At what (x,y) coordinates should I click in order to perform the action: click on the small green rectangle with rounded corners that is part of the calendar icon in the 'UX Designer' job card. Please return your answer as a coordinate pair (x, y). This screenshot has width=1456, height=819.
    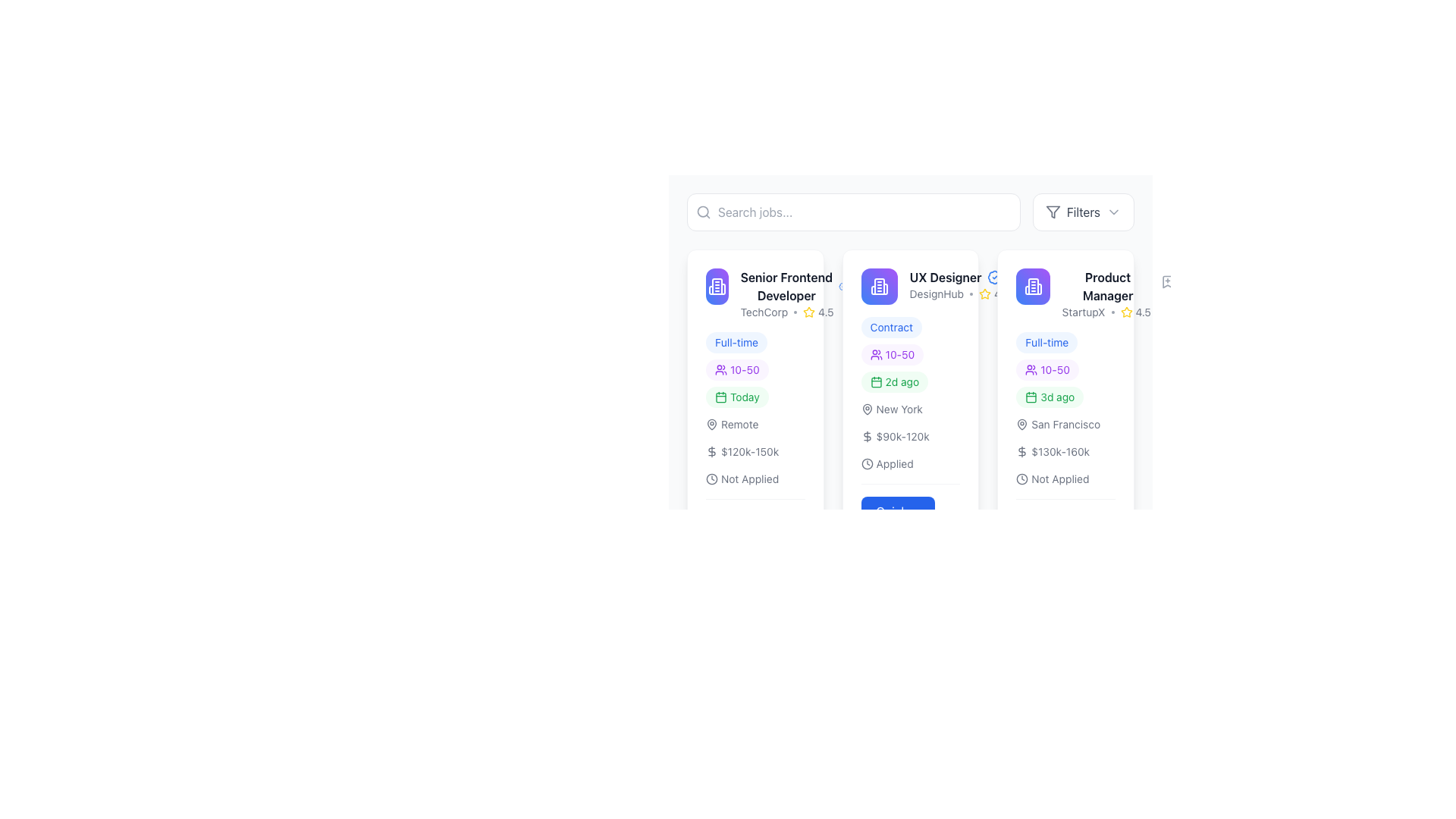
    Looking at the image, I should click on (876, 381).